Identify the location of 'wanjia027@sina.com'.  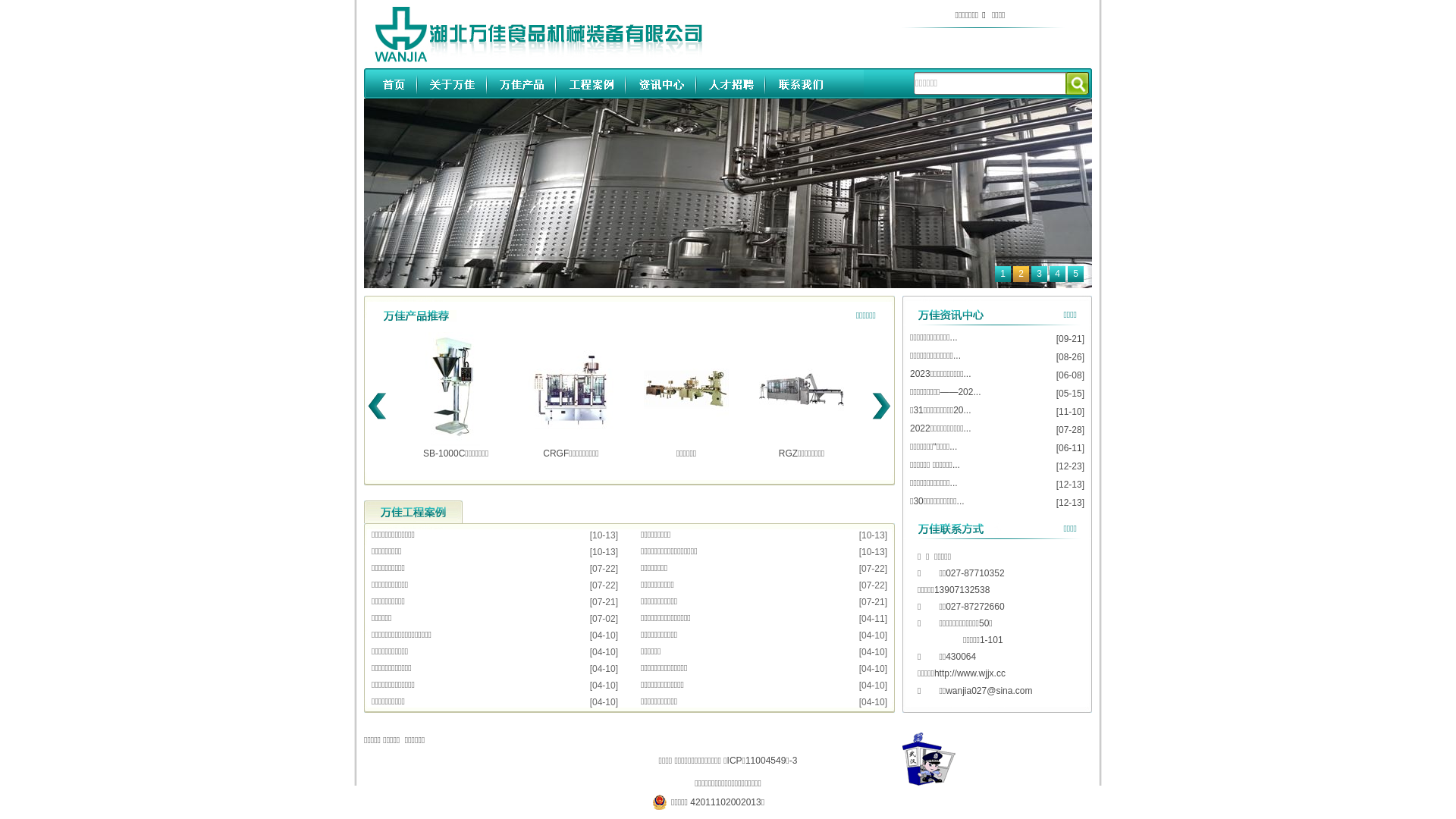
(989, 690).